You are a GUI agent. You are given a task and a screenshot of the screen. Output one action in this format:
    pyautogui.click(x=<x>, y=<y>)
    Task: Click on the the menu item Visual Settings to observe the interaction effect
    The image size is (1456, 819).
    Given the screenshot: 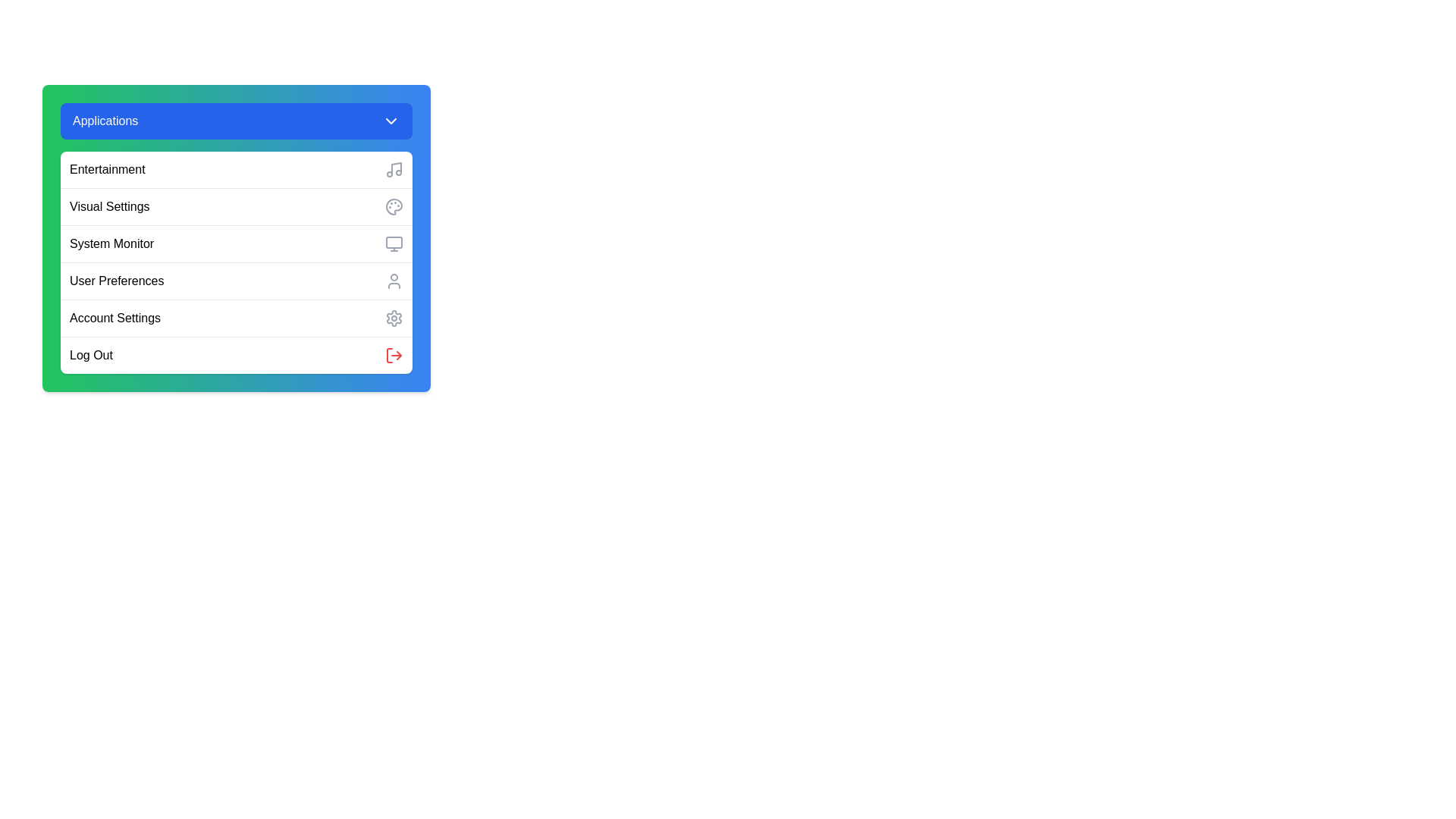 What is the action you would take?
    pyautogui.click(x=236, y=206)
    